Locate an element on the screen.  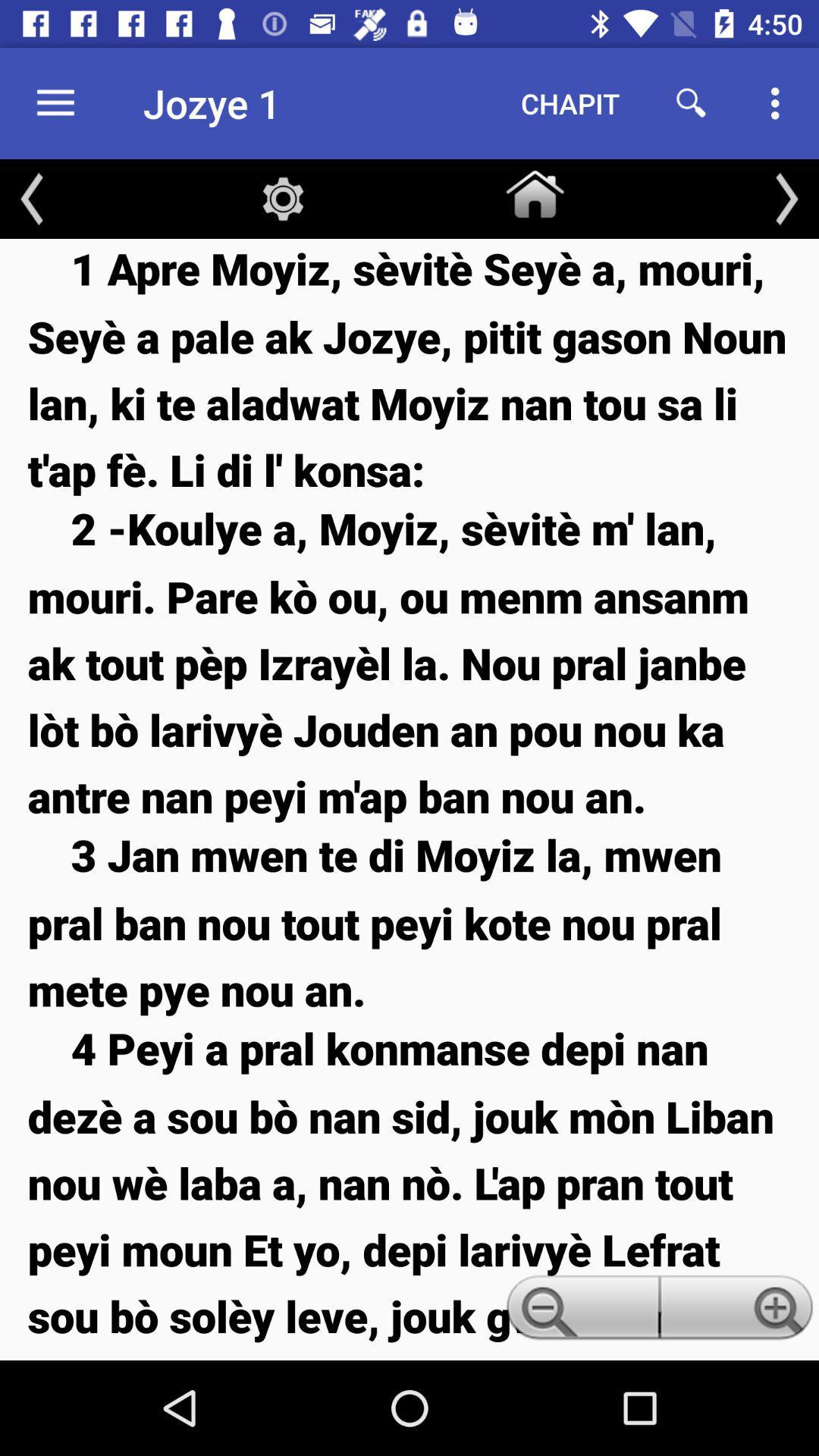
item below jozye 1 is located at coordinates (283, 198).